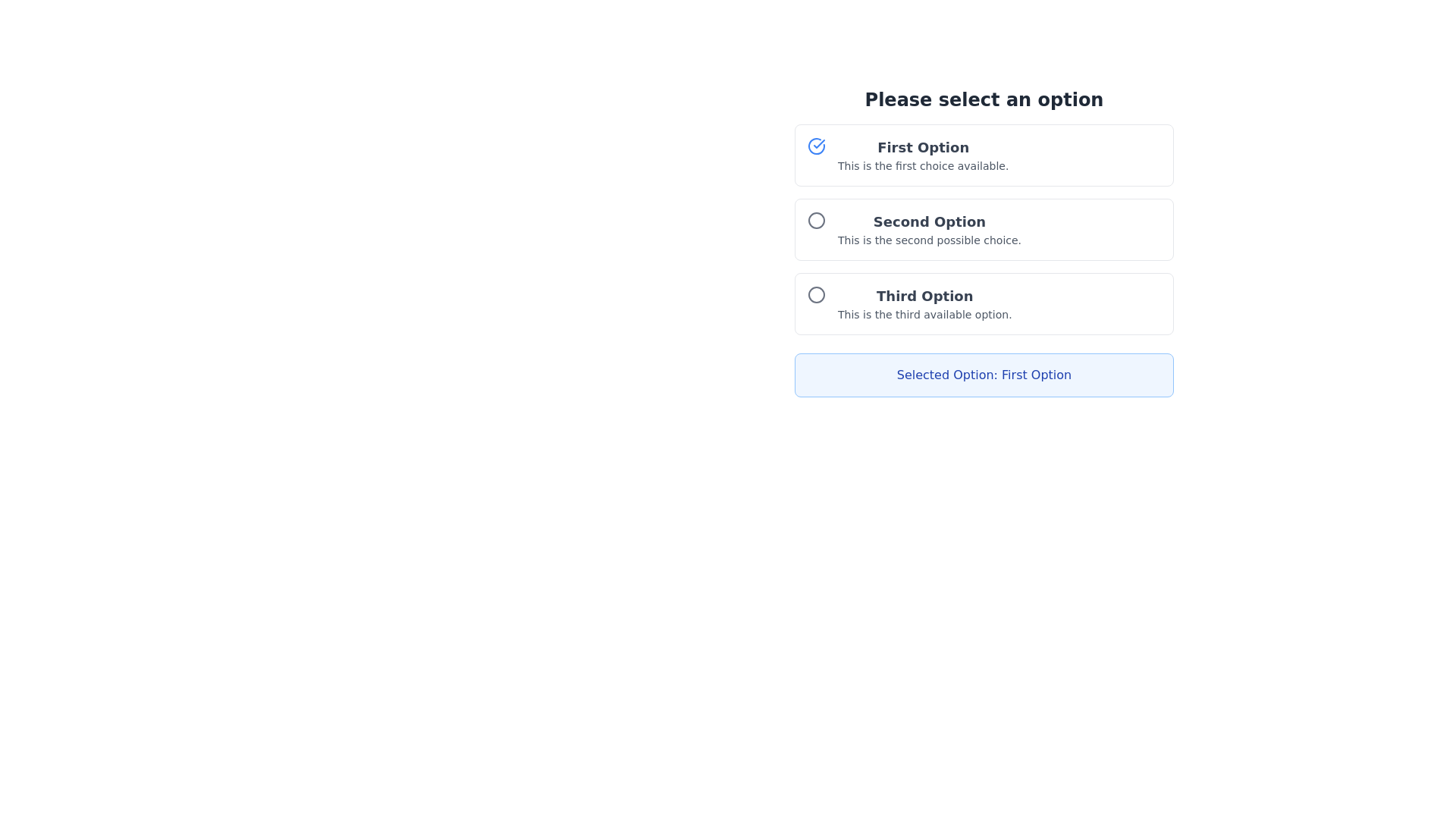  What do you see at coordinates (924, 314) in the screenshot?
I see `informational text label located below 'Third Option', which displays: 'This is the third available option.'` at bounding box center [924, 314].